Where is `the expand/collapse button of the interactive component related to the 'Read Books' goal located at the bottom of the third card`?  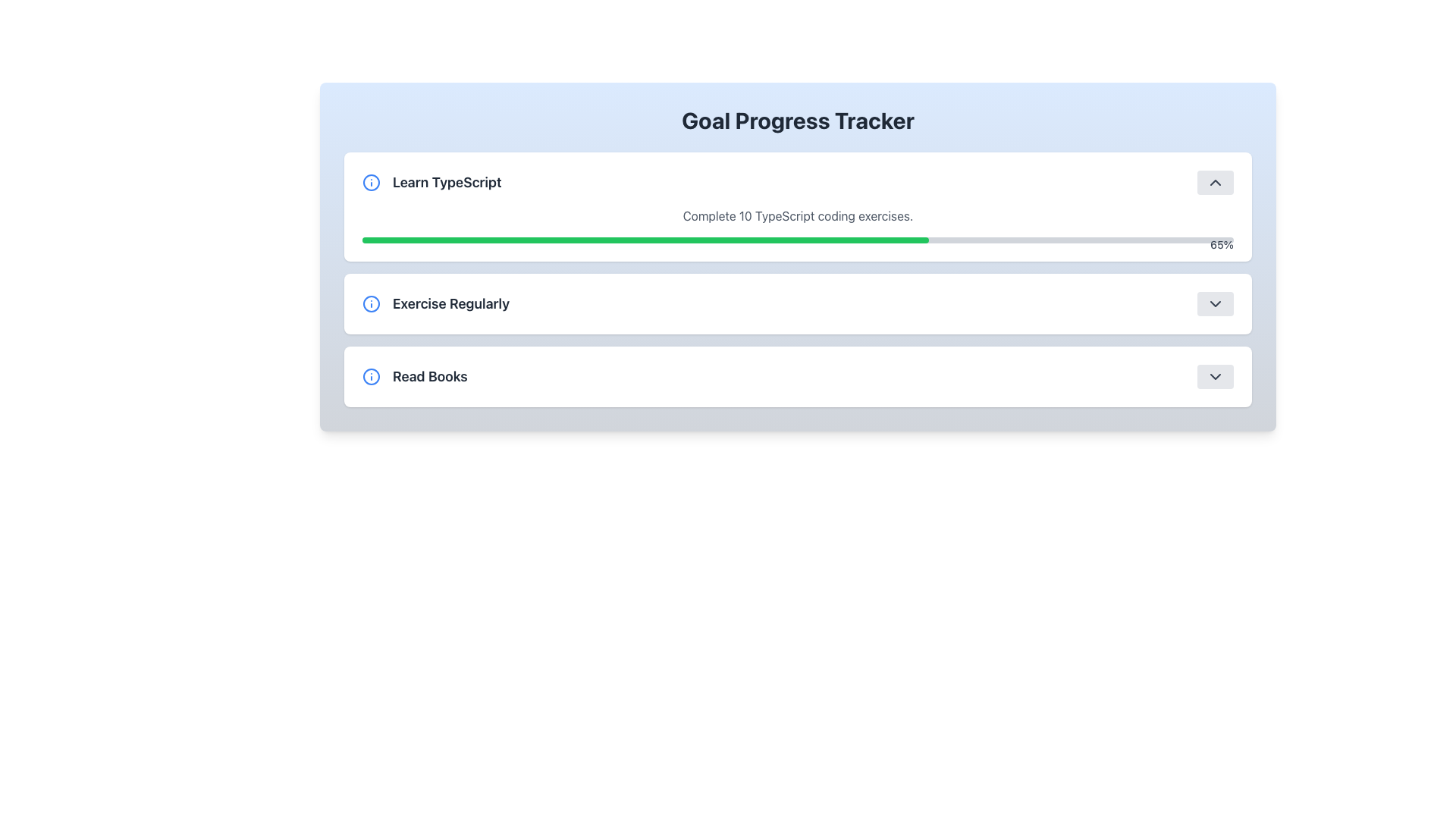 the expand/collapse button of the interactive component related to the 'Read Books' goal located at the bottom of the third card is located at coordinates (797, 376).